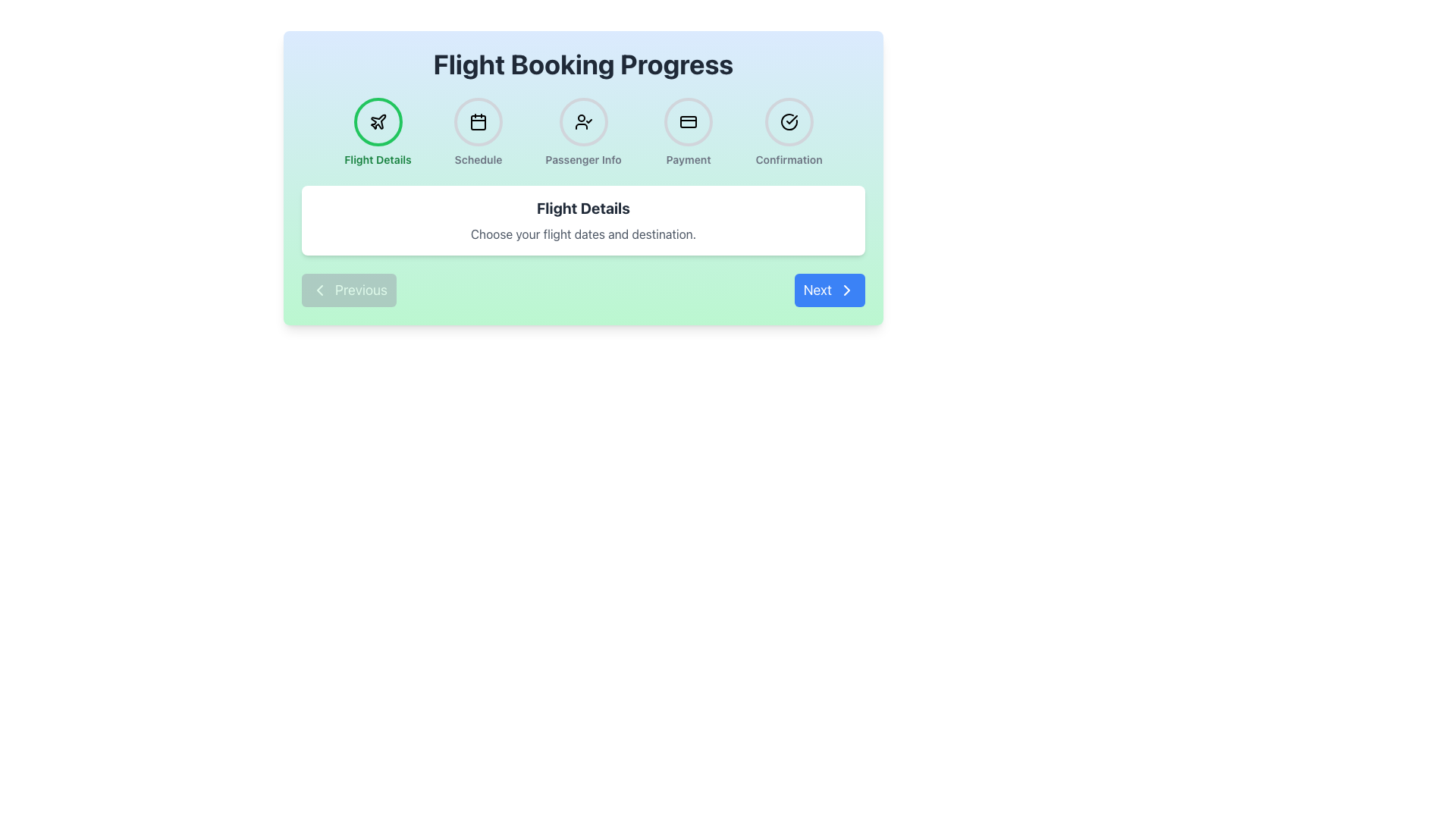  What do you see at coordinates (688, 121) in the screenshot?
I see `the credit card icon indicating the 'Payment' step in the flight booking progress, located between 'Passenger Info' and 'Confirmation'` at bounding box center [688, 121].